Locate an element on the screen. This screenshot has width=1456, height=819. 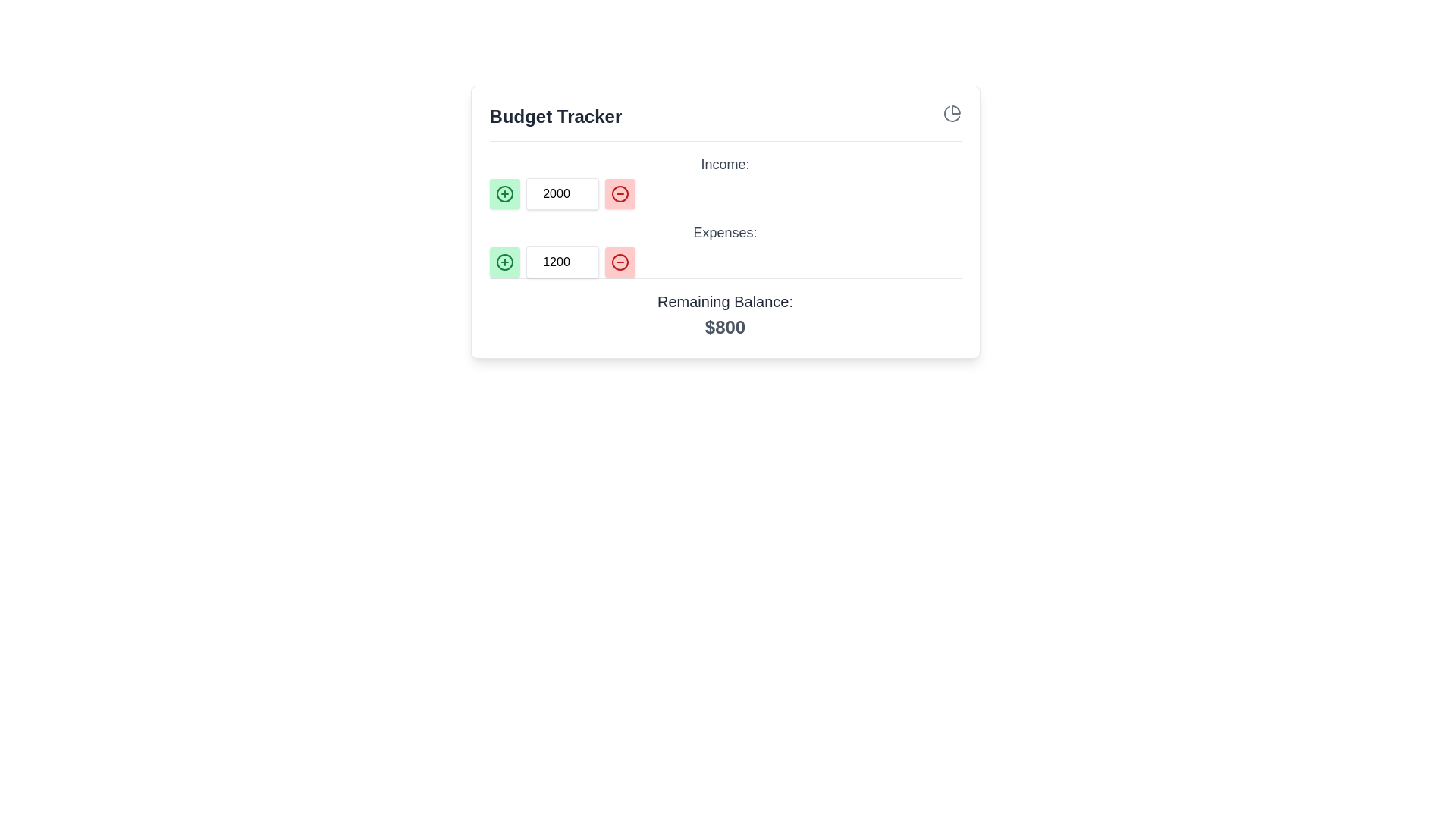
the second text label indicating the section for expenses, positioned below 'Income:' and above the input fields and buttons is located at coordinates (724, 233).